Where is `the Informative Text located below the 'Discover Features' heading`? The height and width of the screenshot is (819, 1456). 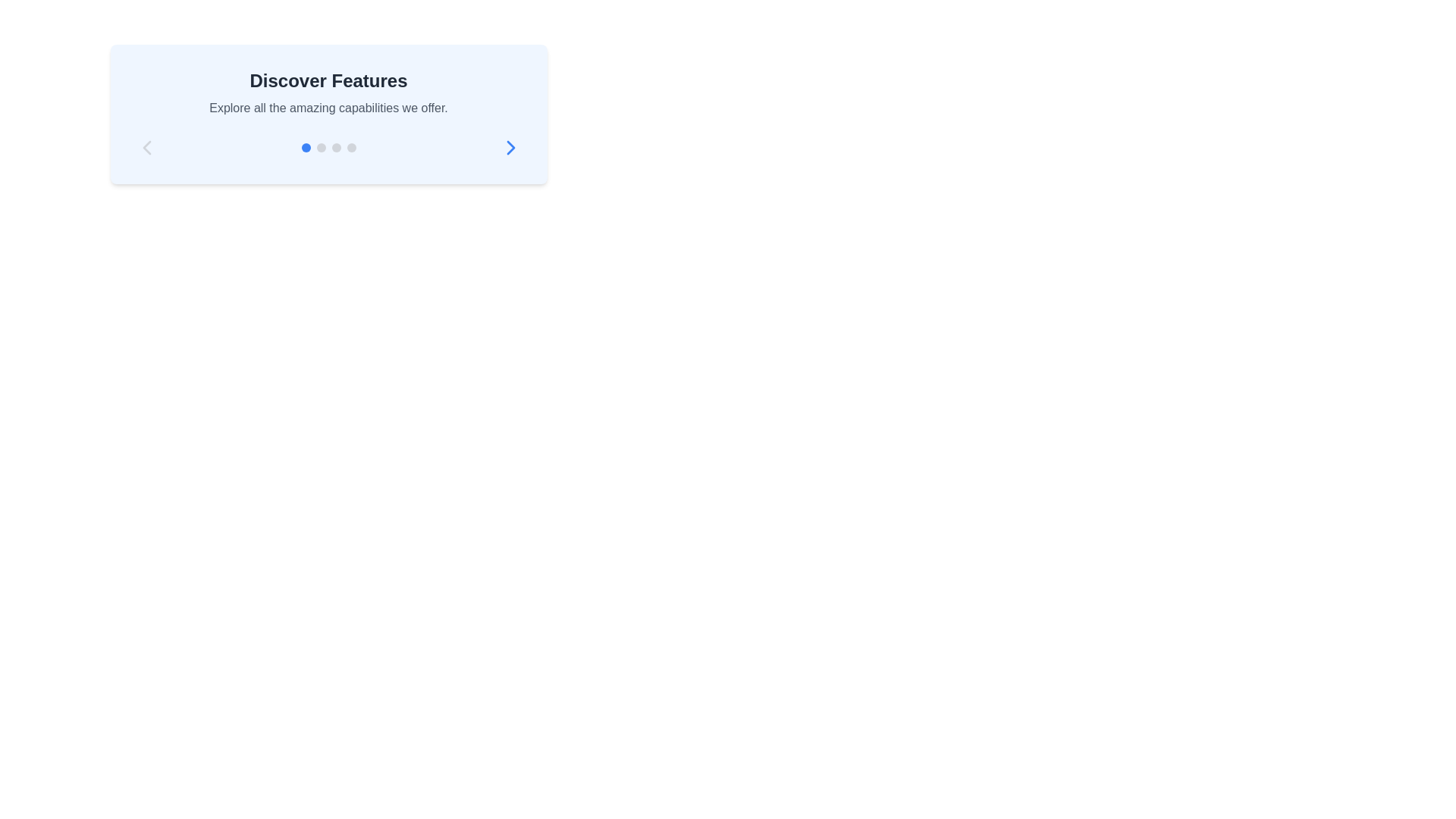
the Informative Text located below the 'Discover Features' heading is located at coordinates (328, 107).